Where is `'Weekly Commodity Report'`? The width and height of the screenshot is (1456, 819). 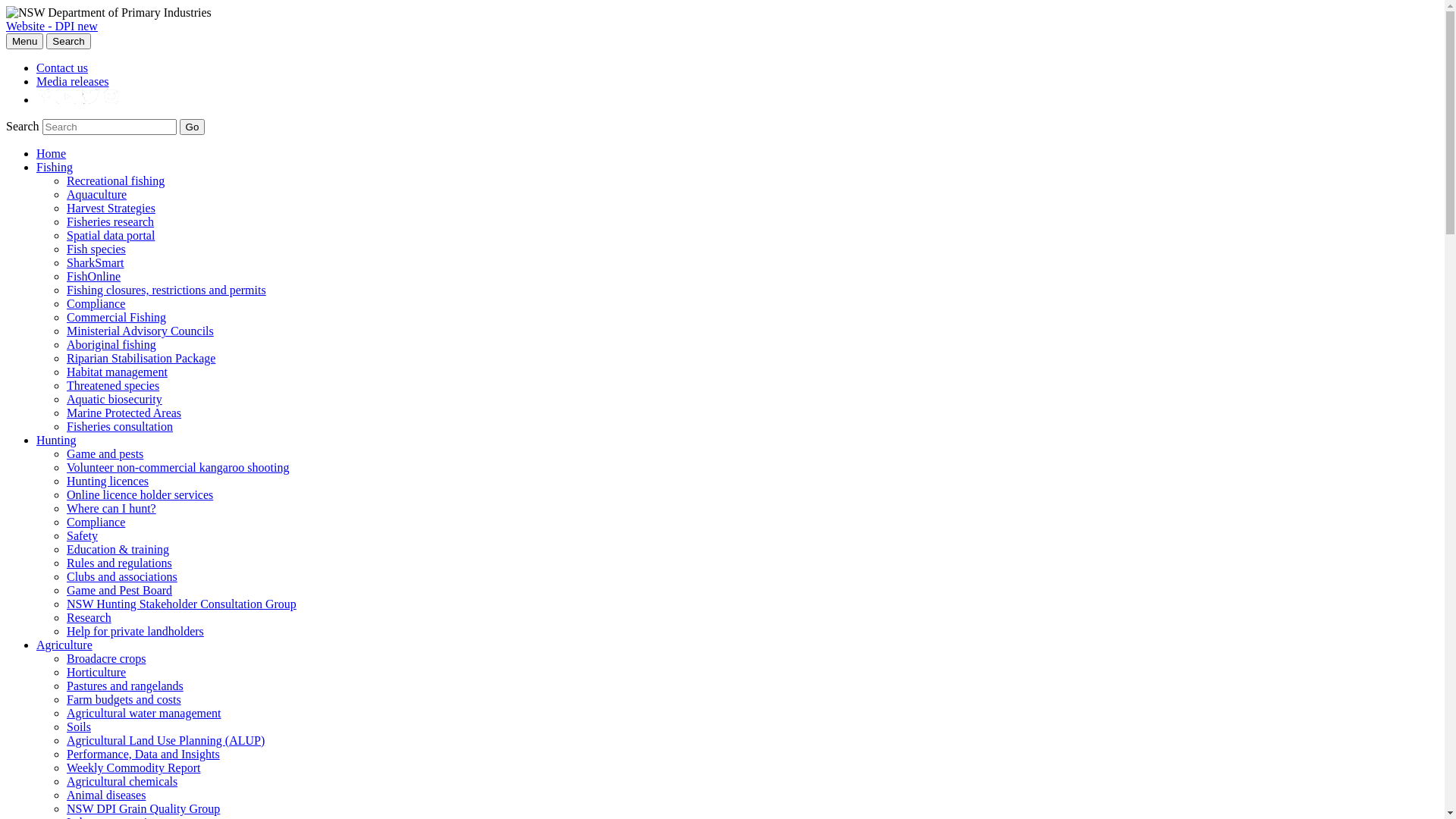 'Weekly Commodity Report' is located at coordinates (133, 767).